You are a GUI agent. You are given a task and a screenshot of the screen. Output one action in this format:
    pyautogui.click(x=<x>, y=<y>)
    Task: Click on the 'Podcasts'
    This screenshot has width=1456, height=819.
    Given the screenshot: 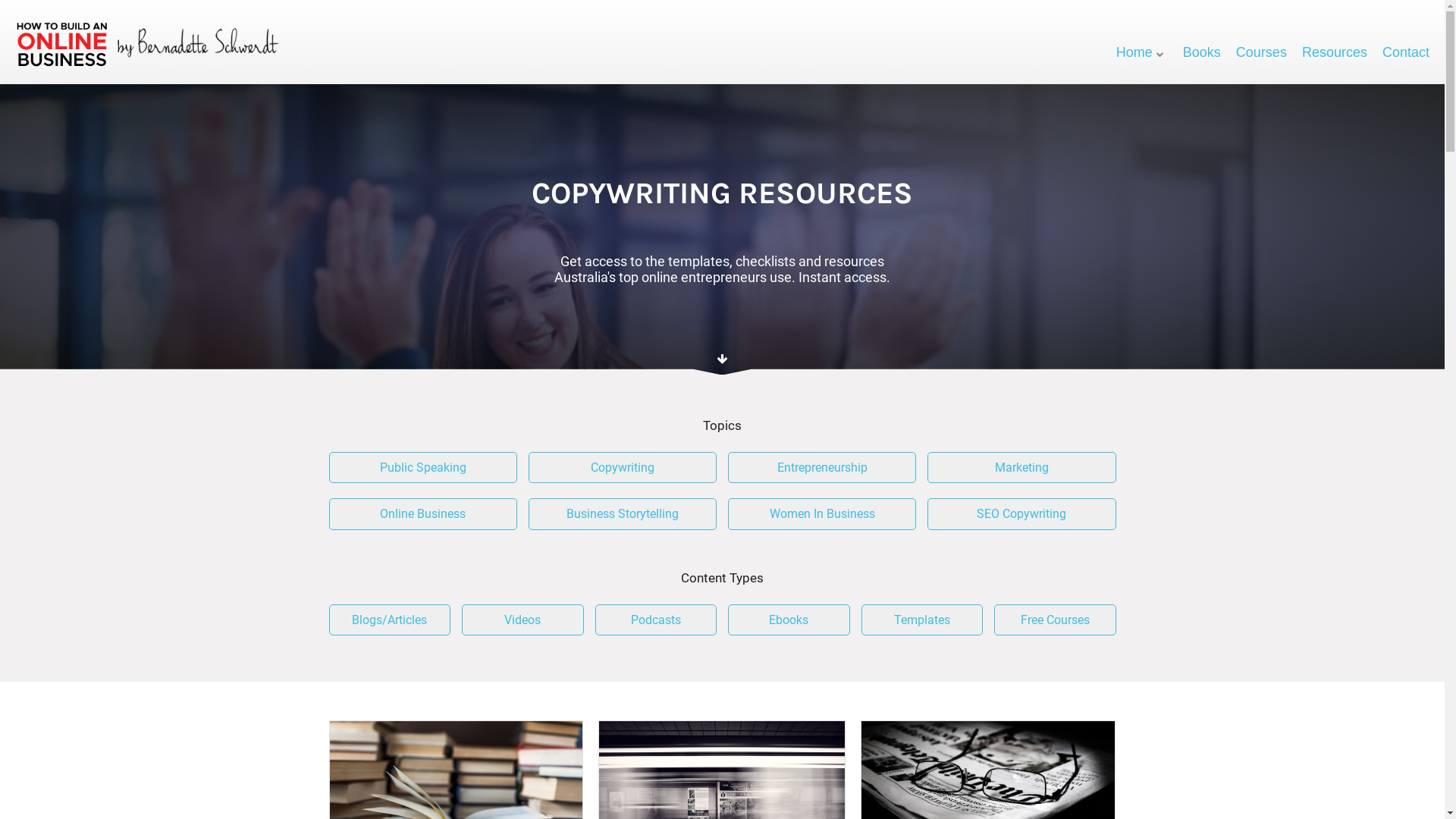 What is the action you would take?
    pyautogui.click(x=655, y=620)
    